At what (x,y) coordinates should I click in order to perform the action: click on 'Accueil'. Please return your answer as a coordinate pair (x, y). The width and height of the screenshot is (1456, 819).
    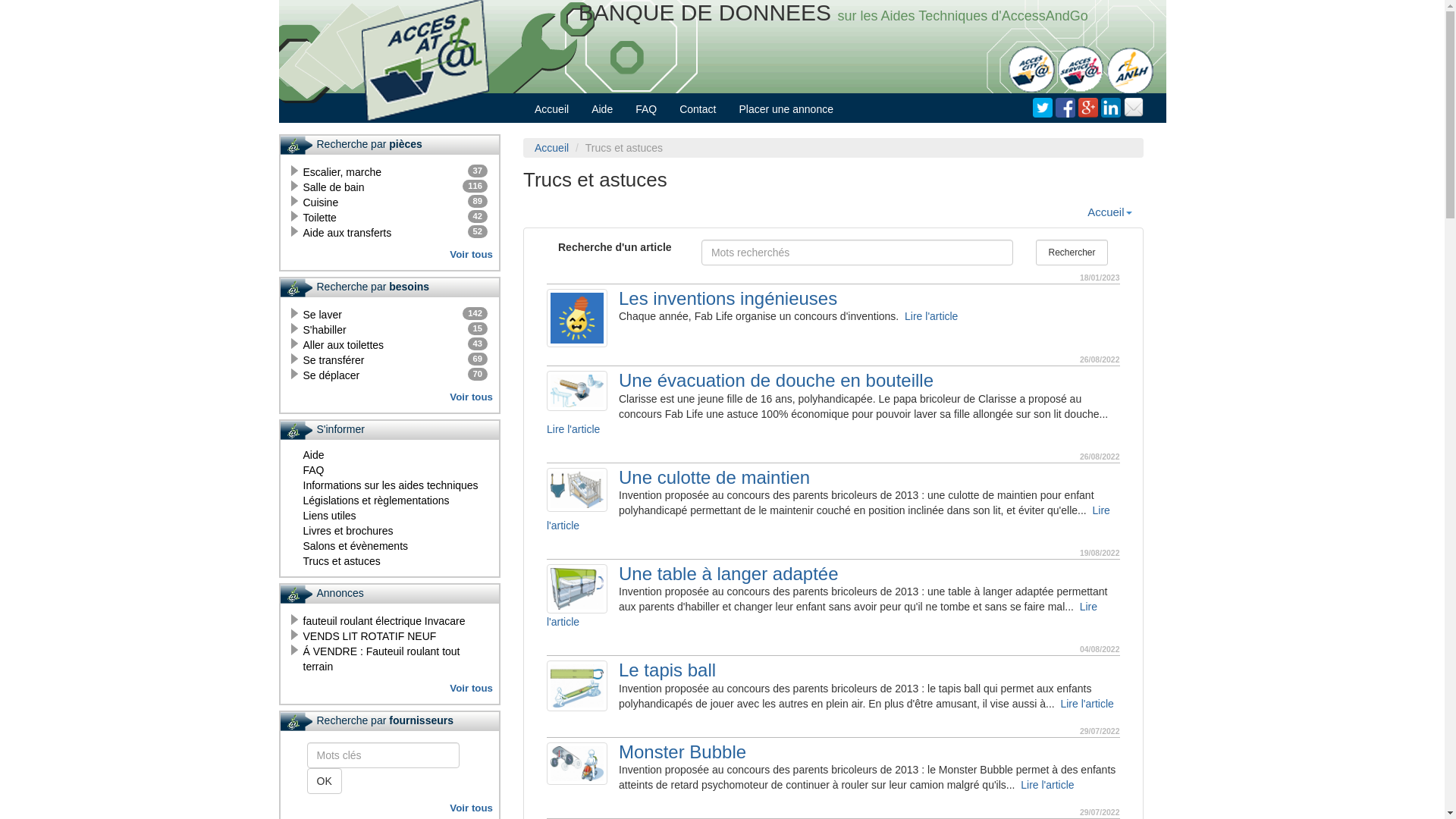
    Looking at the image, I should click on (551, 148).